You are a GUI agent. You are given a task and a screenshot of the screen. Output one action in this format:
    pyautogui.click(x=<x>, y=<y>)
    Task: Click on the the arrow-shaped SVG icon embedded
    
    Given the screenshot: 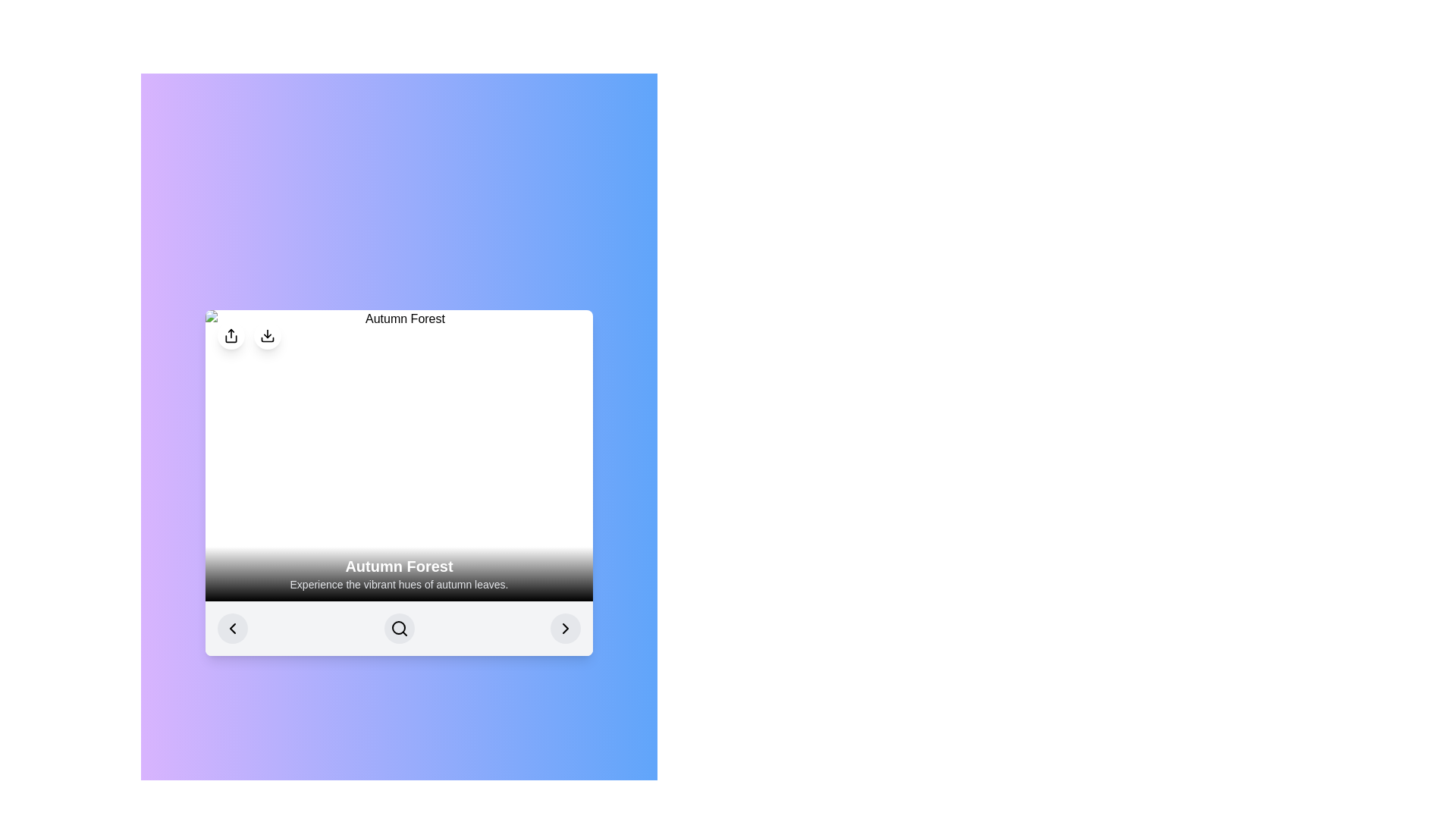 What is the action you would take?
    pyautogui.click(x=564, y=629)
    